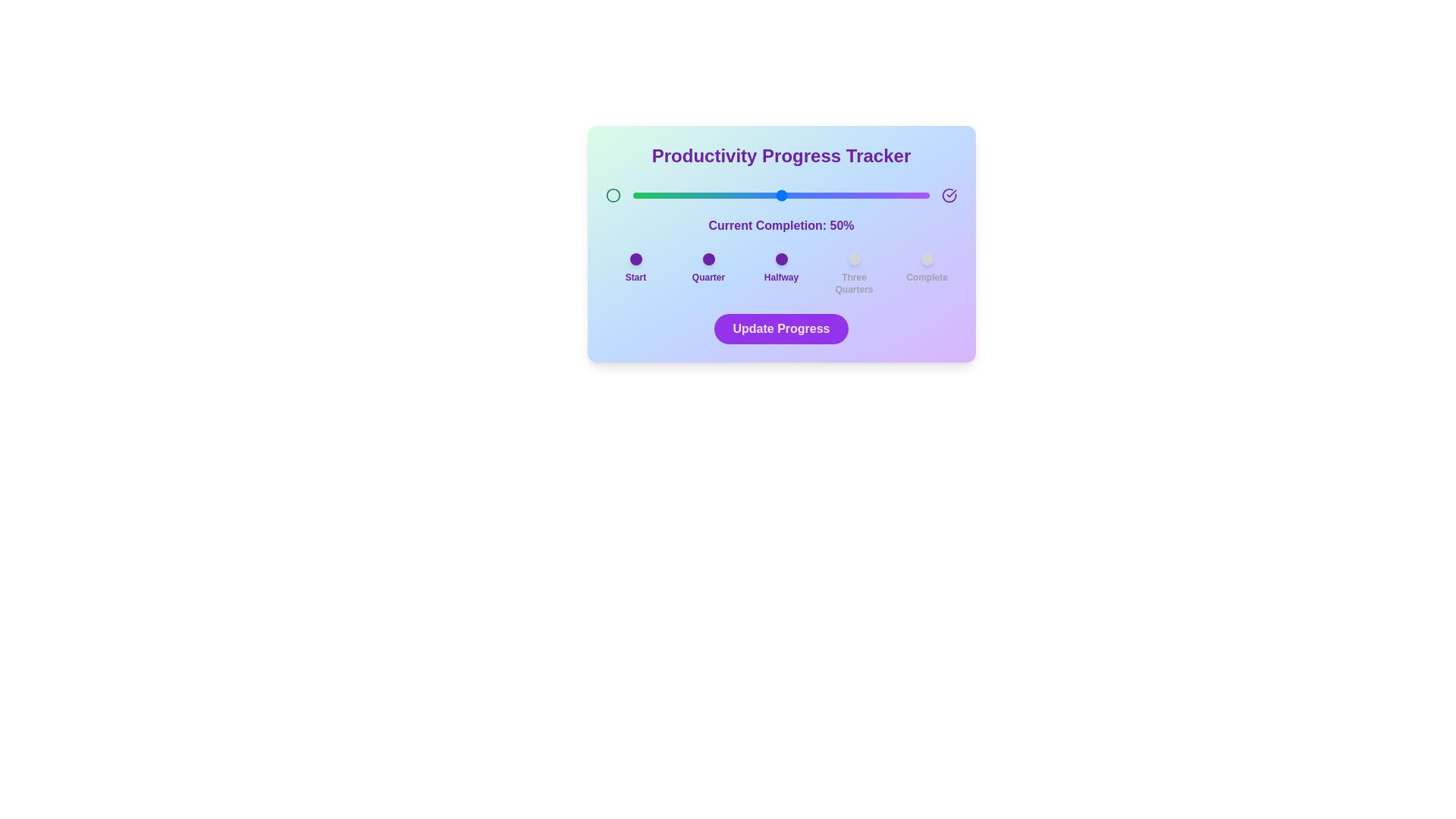 Image resolution: width=1456 pixels, height=819 pixels. Describe the element at coordinates (799, 195) in the screenshot. I see `the slider to set the completion percentage to 56` at that location.